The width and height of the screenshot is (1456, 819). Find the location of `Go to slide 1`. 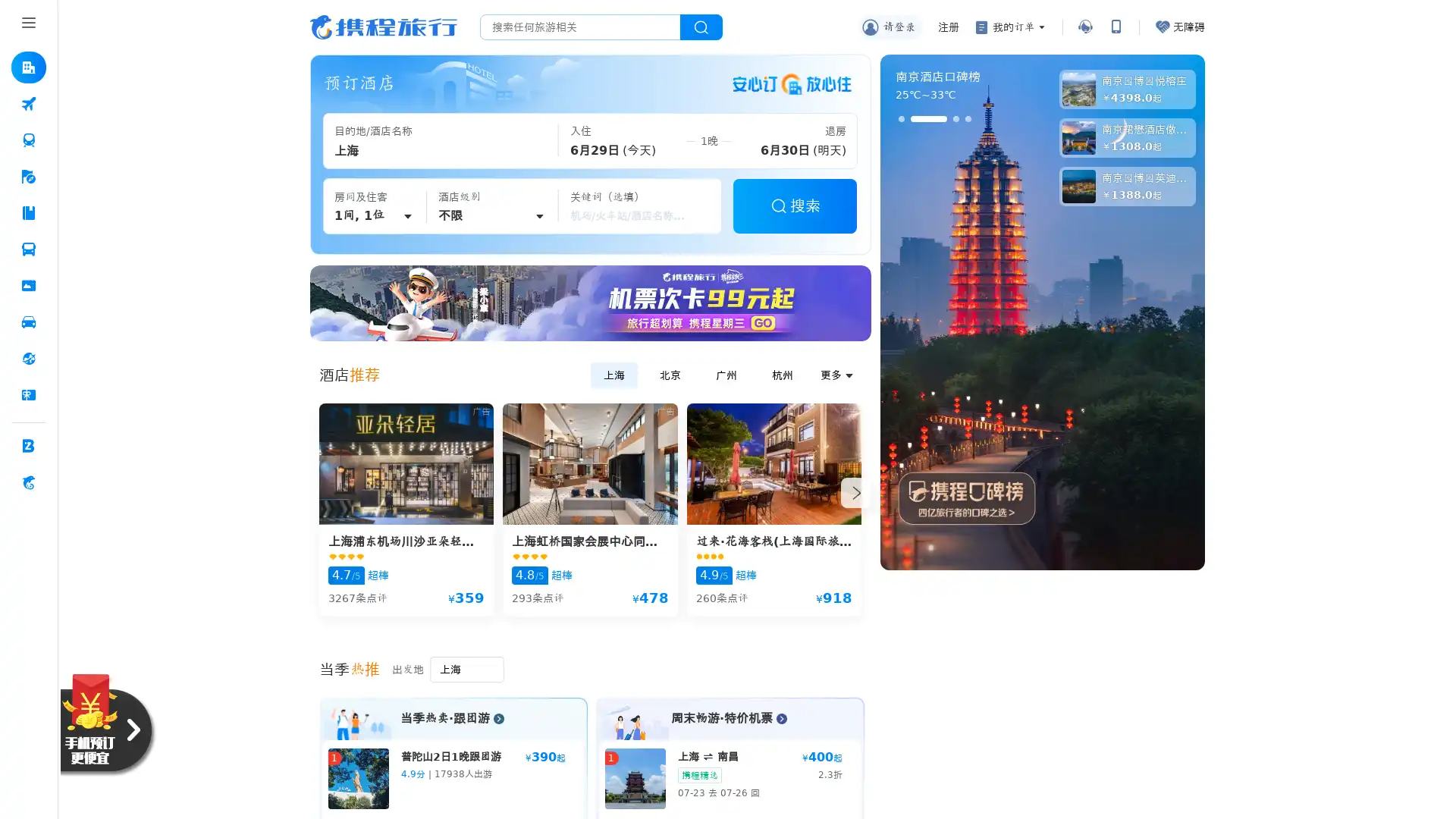

Go to slide 1 is located at coordinates (901, 118).